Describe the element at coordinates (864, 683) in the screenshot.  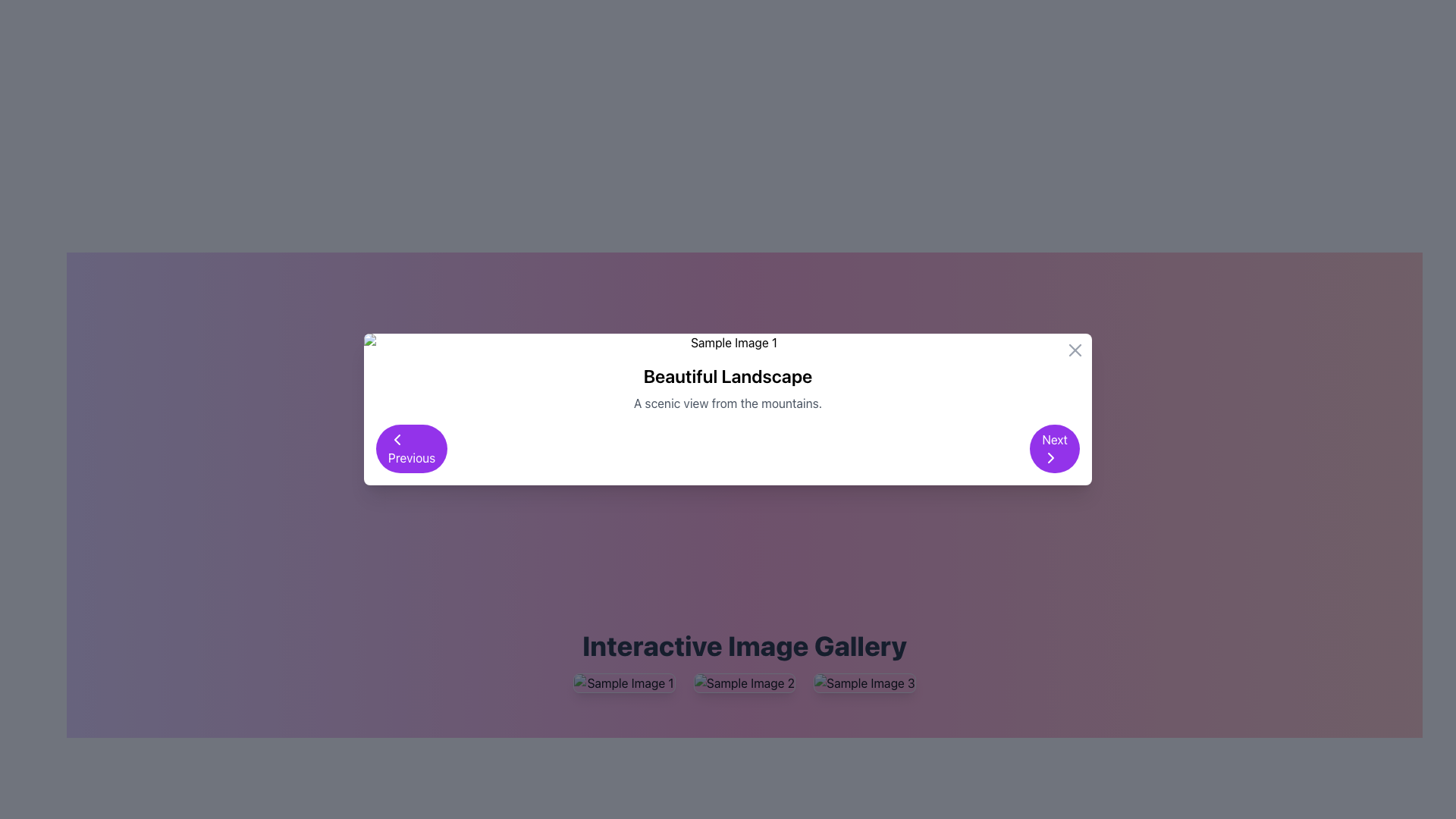
I see `the image thumbnail labeled 'Sample Image 3' in the third column of the interactive image gallery to trigger style changes` at that location.